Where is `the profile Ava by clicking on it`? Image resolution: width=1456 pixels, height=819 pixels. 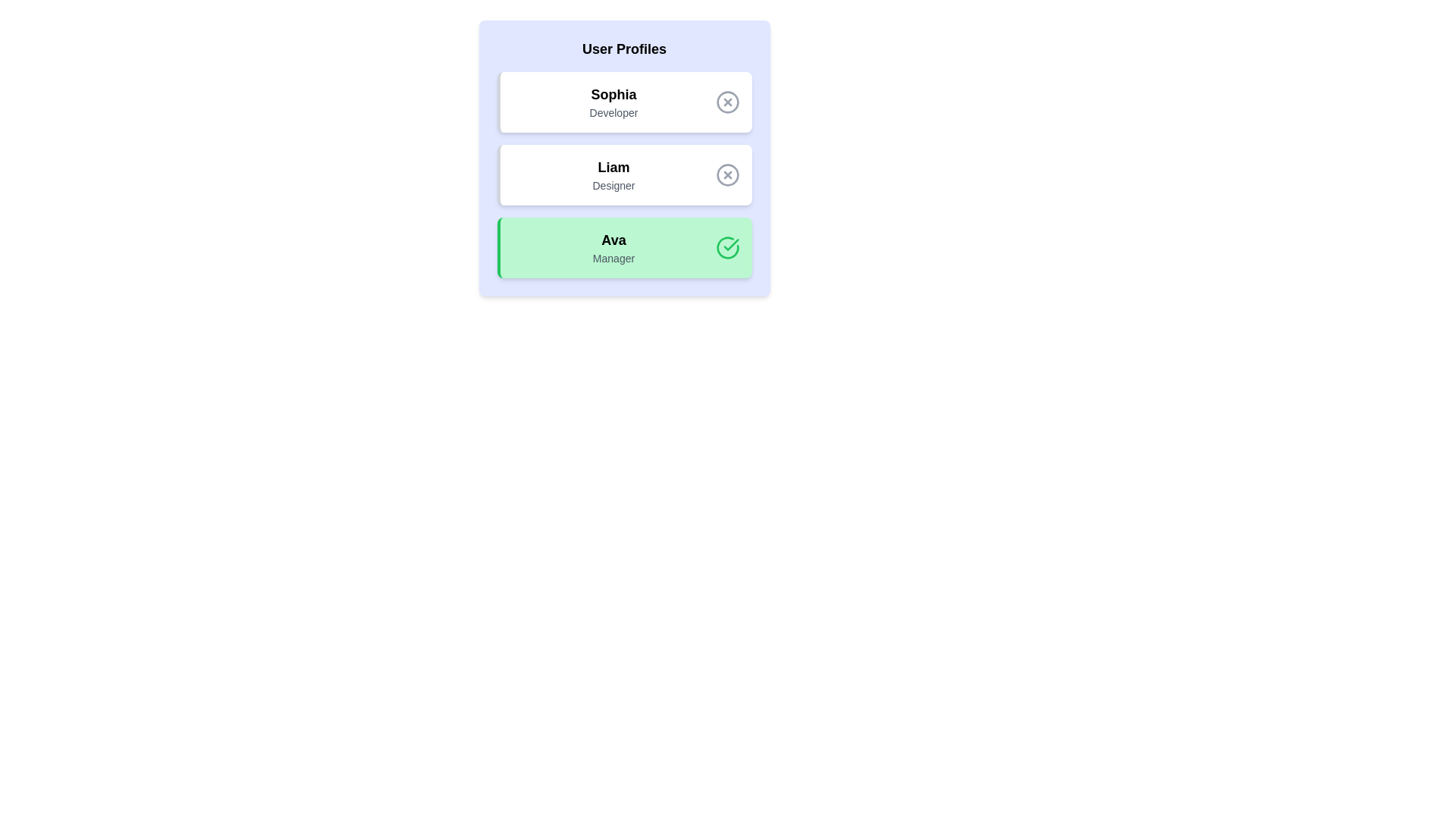 the profile Ava by clicking on it is located at coordinates (624, 247).